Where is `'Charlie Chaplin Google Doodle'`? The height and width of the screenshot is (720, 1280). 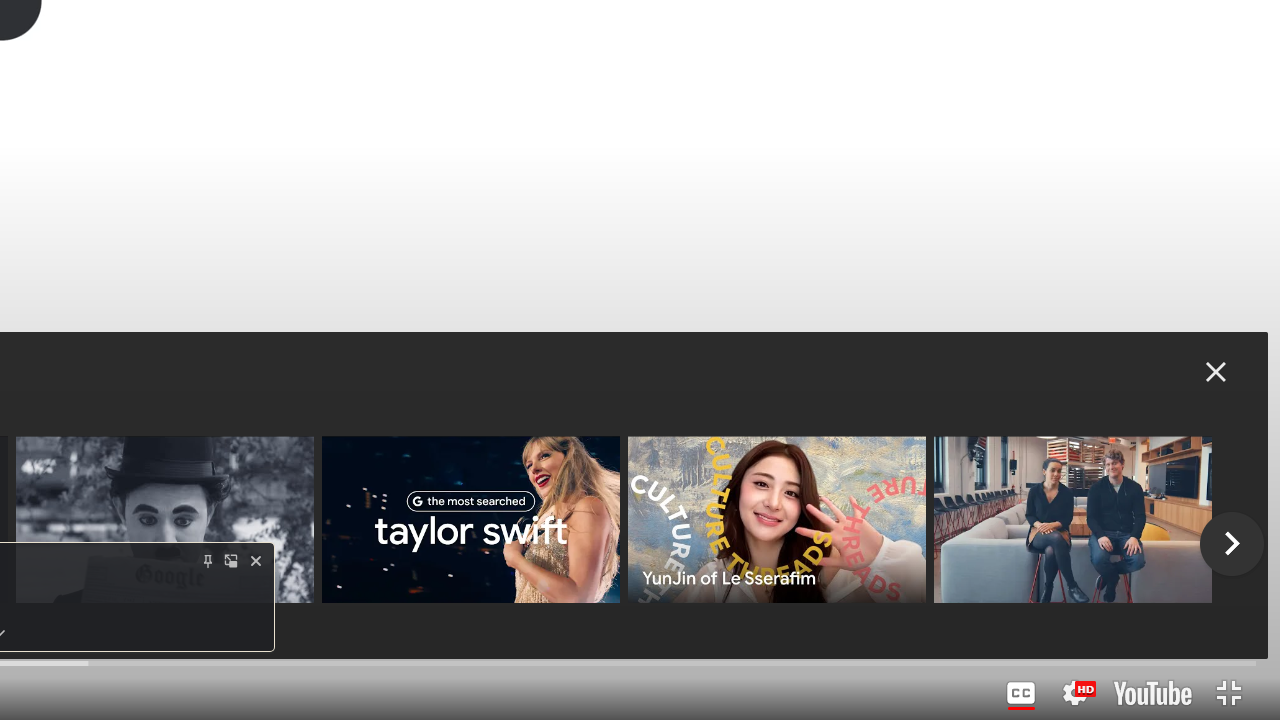
'Charlie Chaplin Google Doodle' is located at coordinates (164, 518).